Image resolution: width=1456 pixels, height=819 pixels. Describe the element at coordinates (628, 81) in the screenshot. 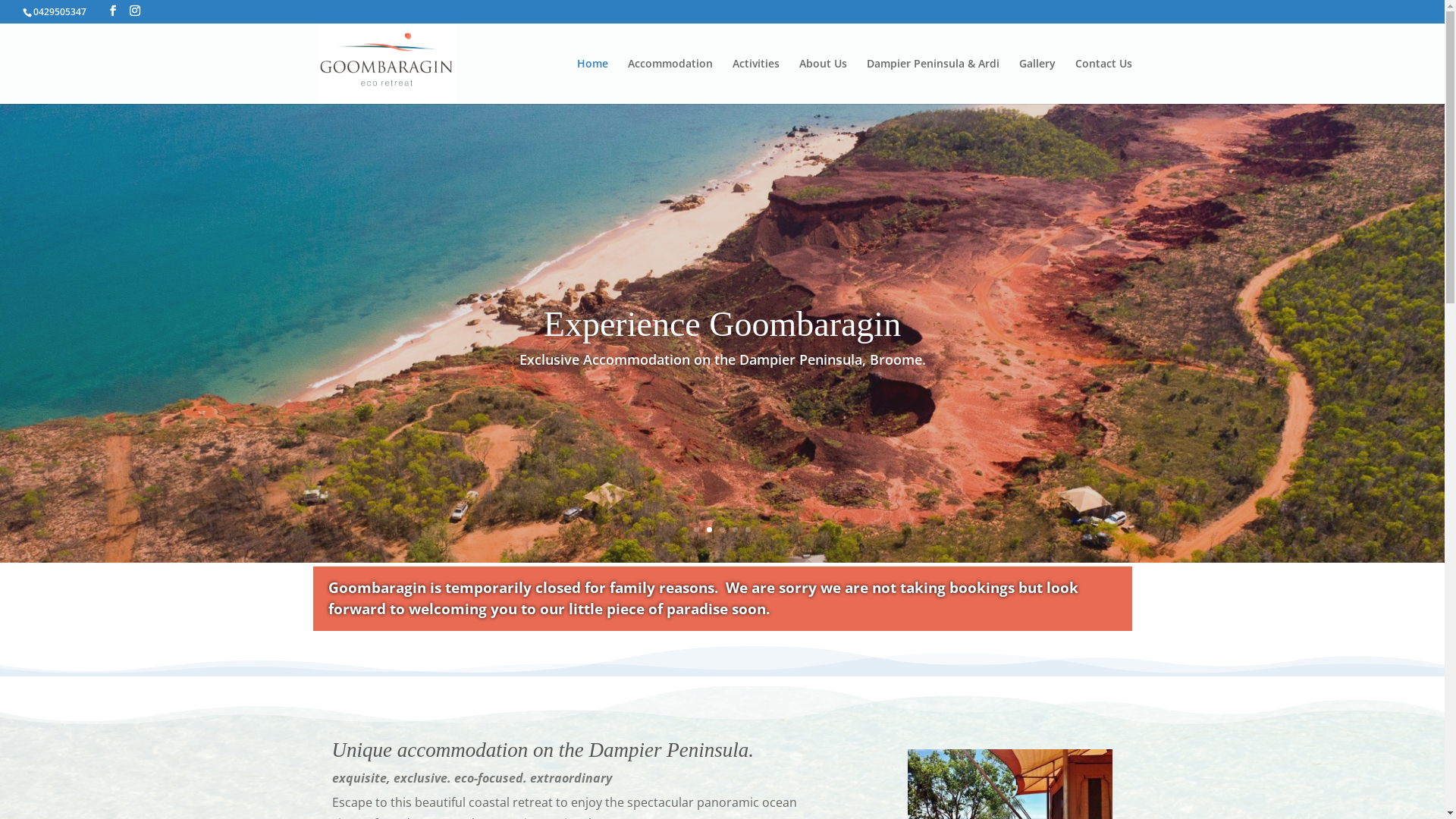

I see `'Accommodation'` at that location.